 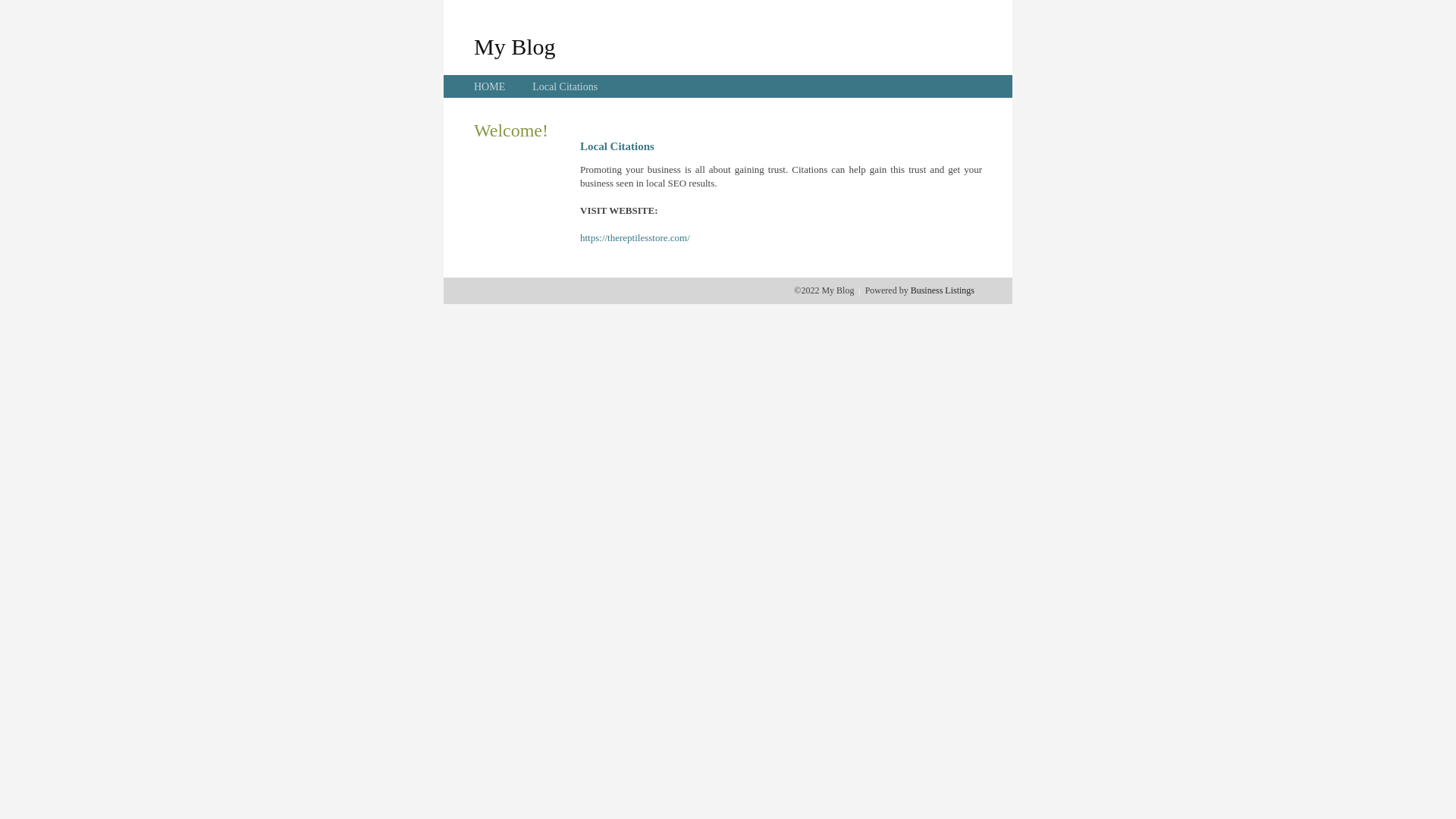 I want to click on 'My Blog', so click(x=514, y=45).